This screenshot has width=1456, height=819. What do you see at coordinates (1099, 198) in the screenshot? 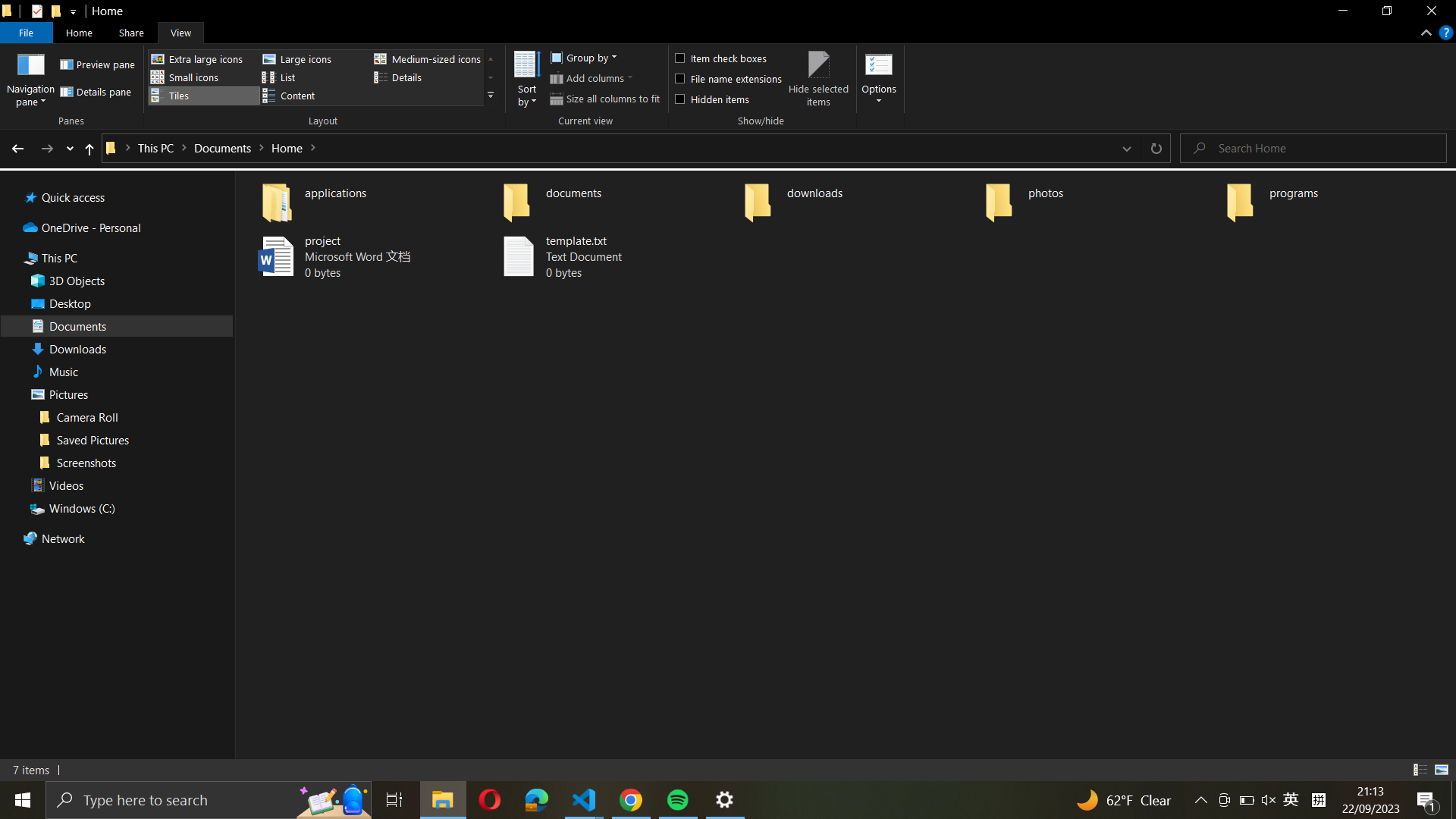
I see `the "photos" folder and choose the initial 5 pictures` at bounding box center [1099, 198].